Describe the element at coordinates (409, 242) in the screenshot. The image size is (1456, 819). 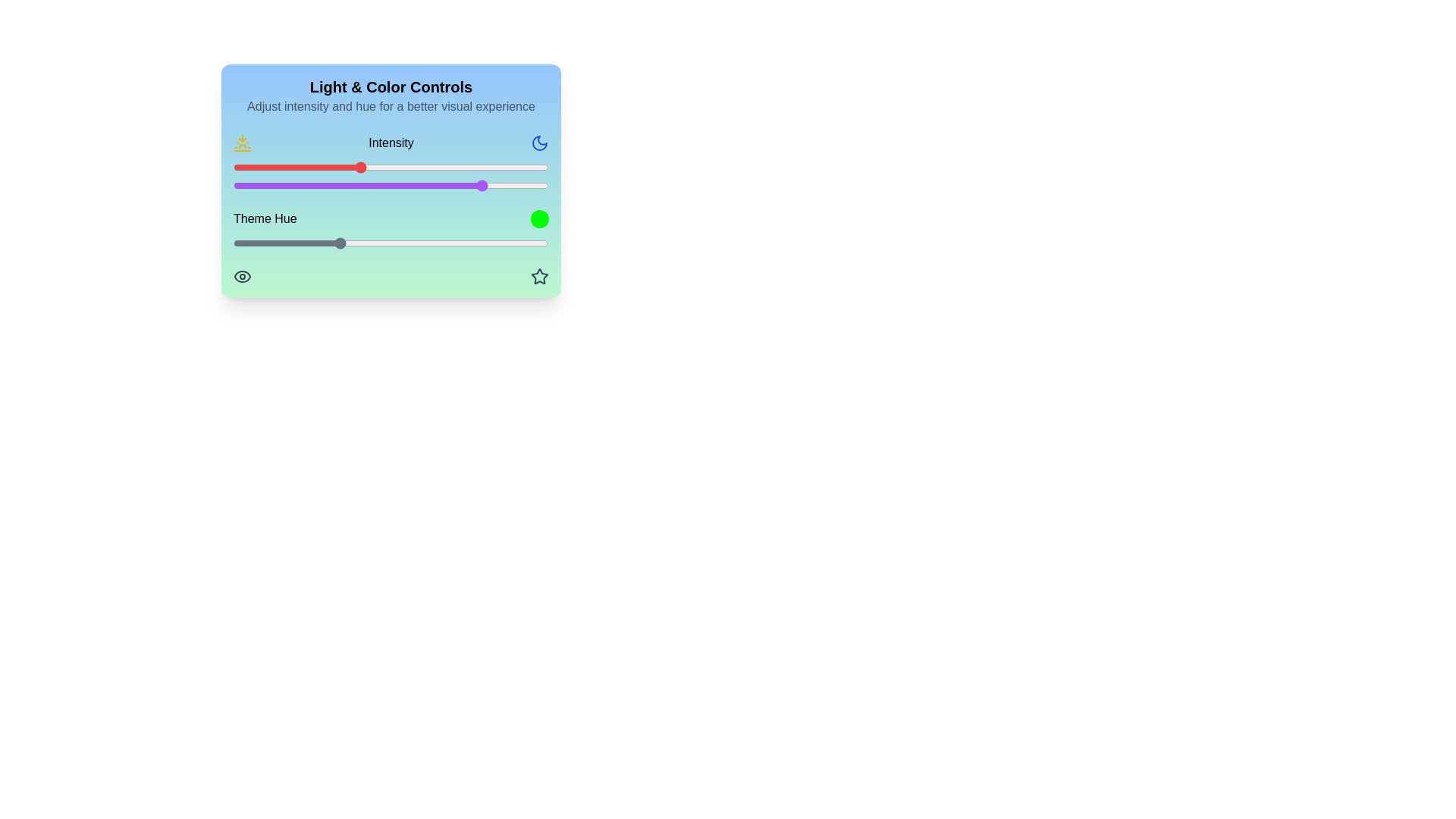
I see `the theme hue` at that location.